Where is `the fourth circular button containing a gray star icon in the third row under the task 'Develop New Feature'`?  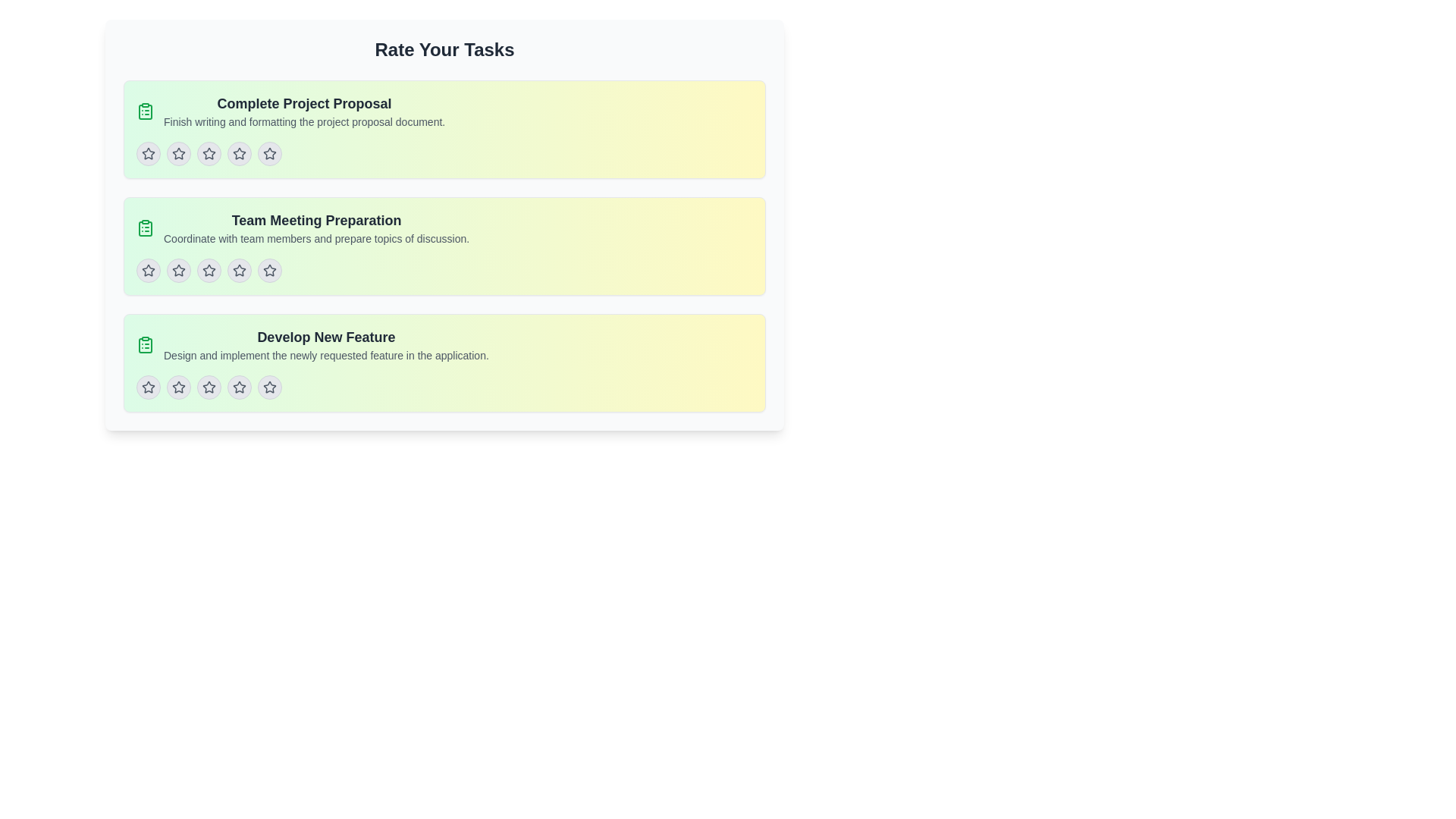
the fourth circular button containing a gray star icon in the third row under the task 'Develop New Feature' is located at coordinates (208, 386).